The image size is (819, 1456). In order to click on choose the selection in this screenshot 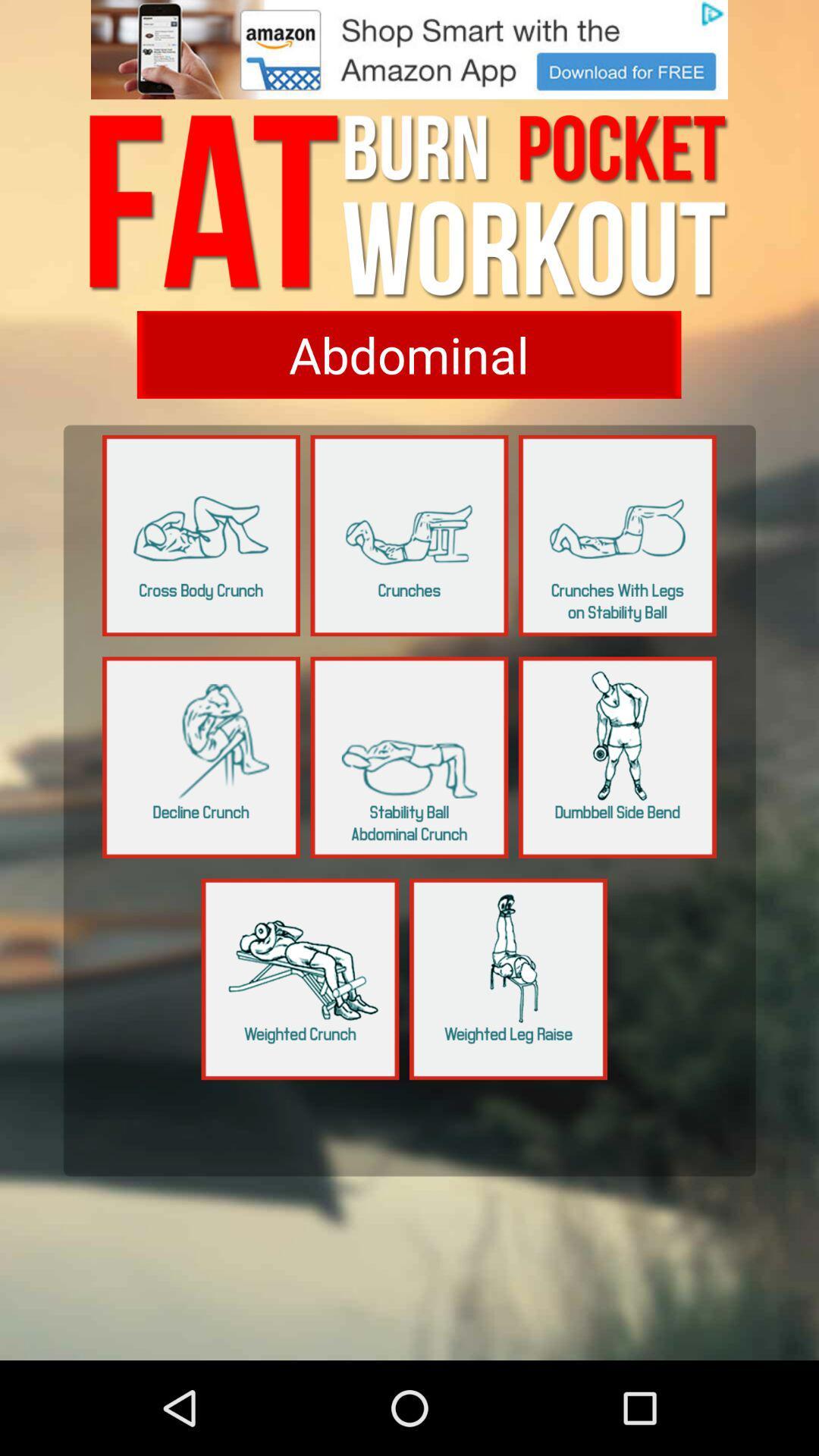, I will do `click(408, 353)`.